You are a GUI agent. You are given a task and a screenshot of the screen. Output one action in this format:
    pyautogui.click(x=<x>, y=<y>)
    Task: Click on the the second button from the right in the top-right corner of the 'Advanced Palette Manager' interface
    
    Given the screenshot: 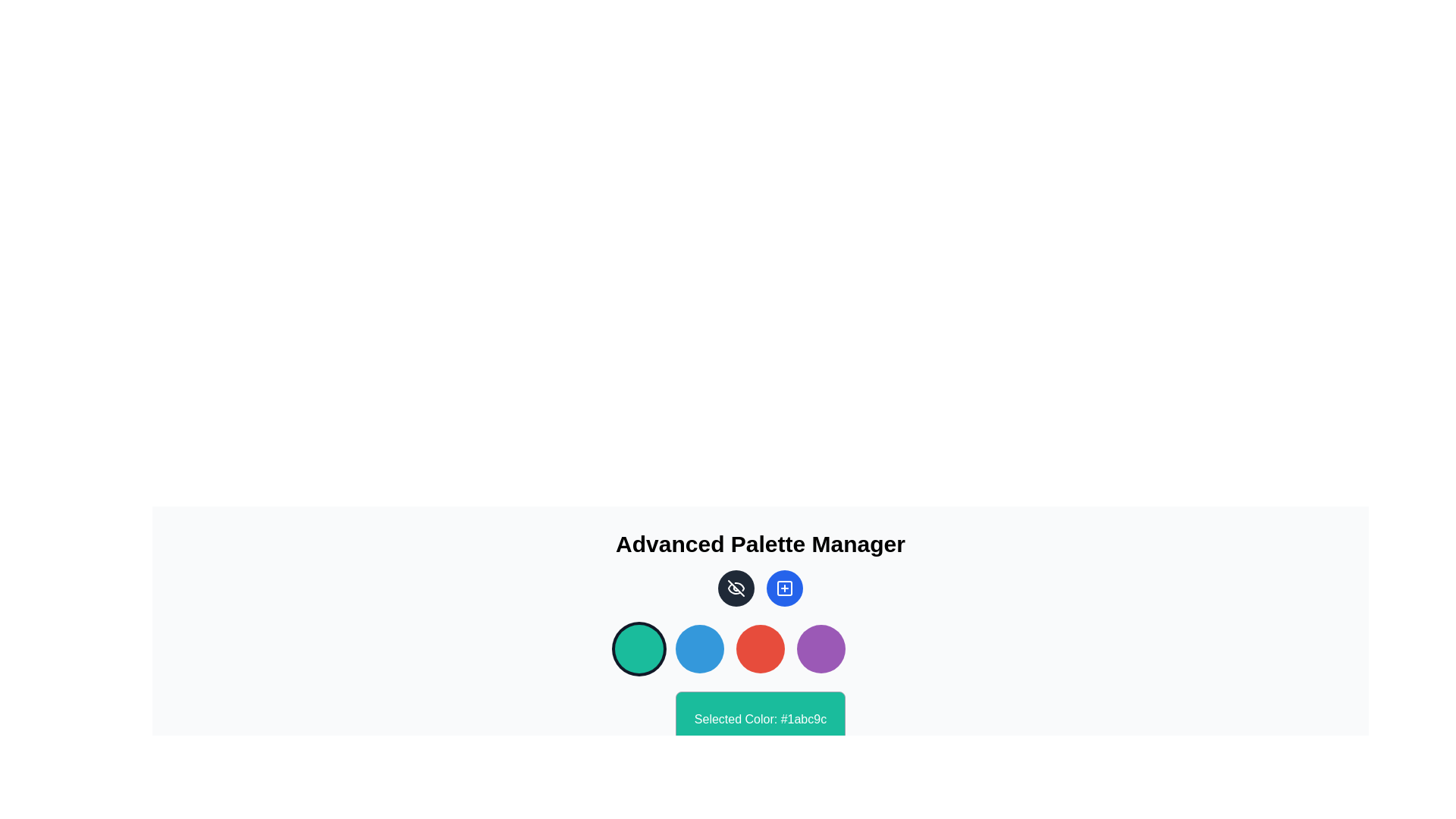 What is the action you would take?
    pyautogui.click(x=785, y=587)
    